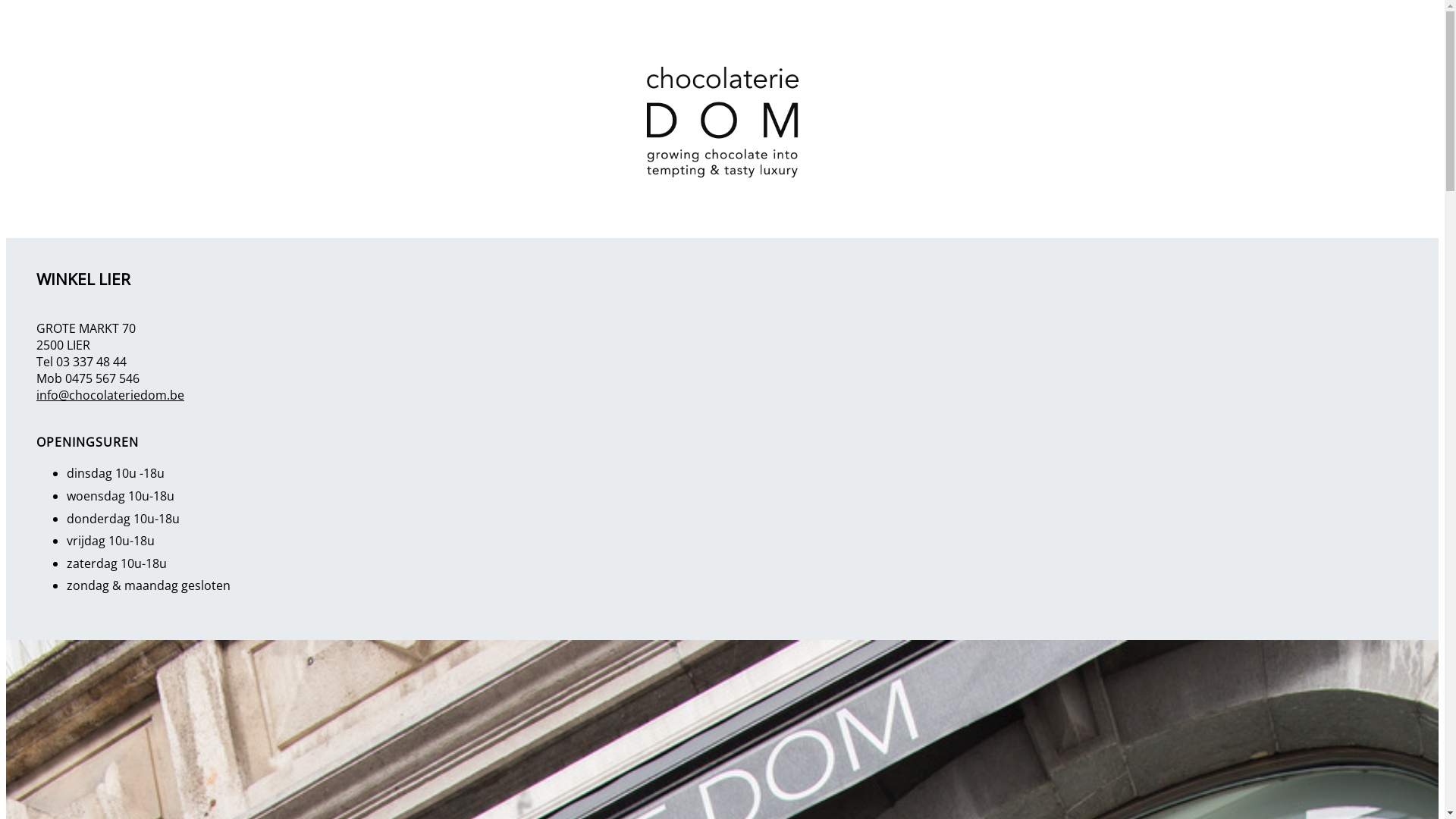 The width and height of the screenshot is (1456, 819). What do you see at coordinates (109, 394) in the screenshot?
I see `'info@chocolateriedom.be'` at bounding box center [109, 394].